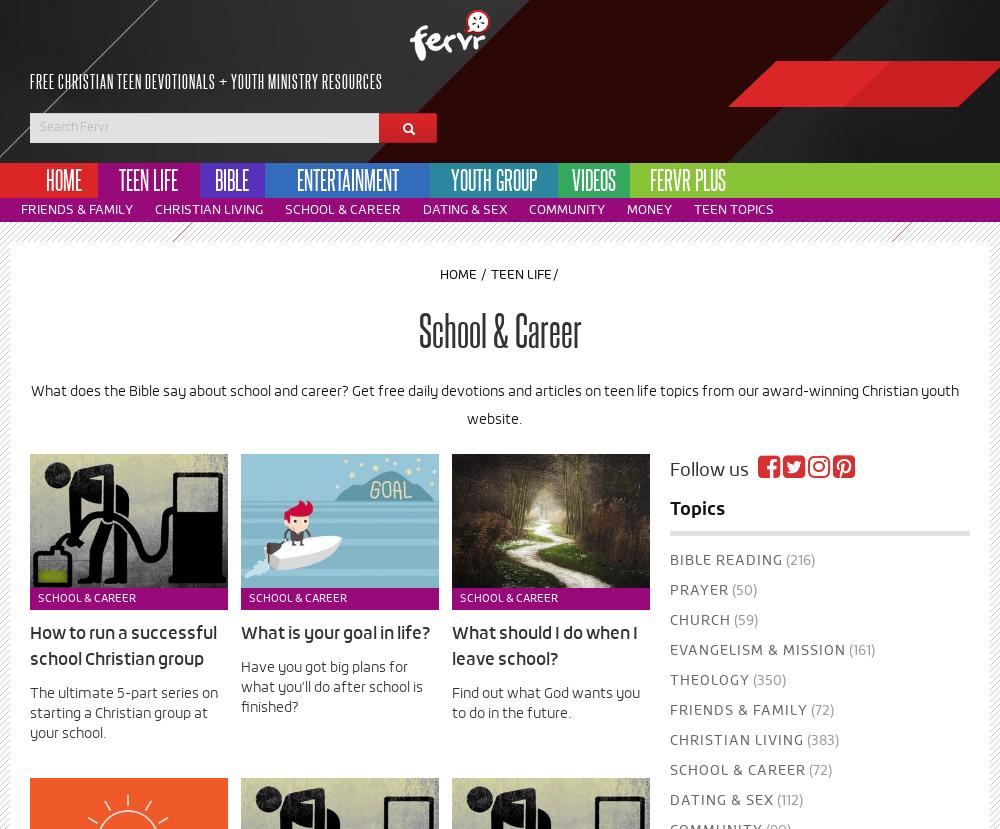  Describe the element at coordinates (669, 621) in the screenshot. I see `'Church'` at that location.